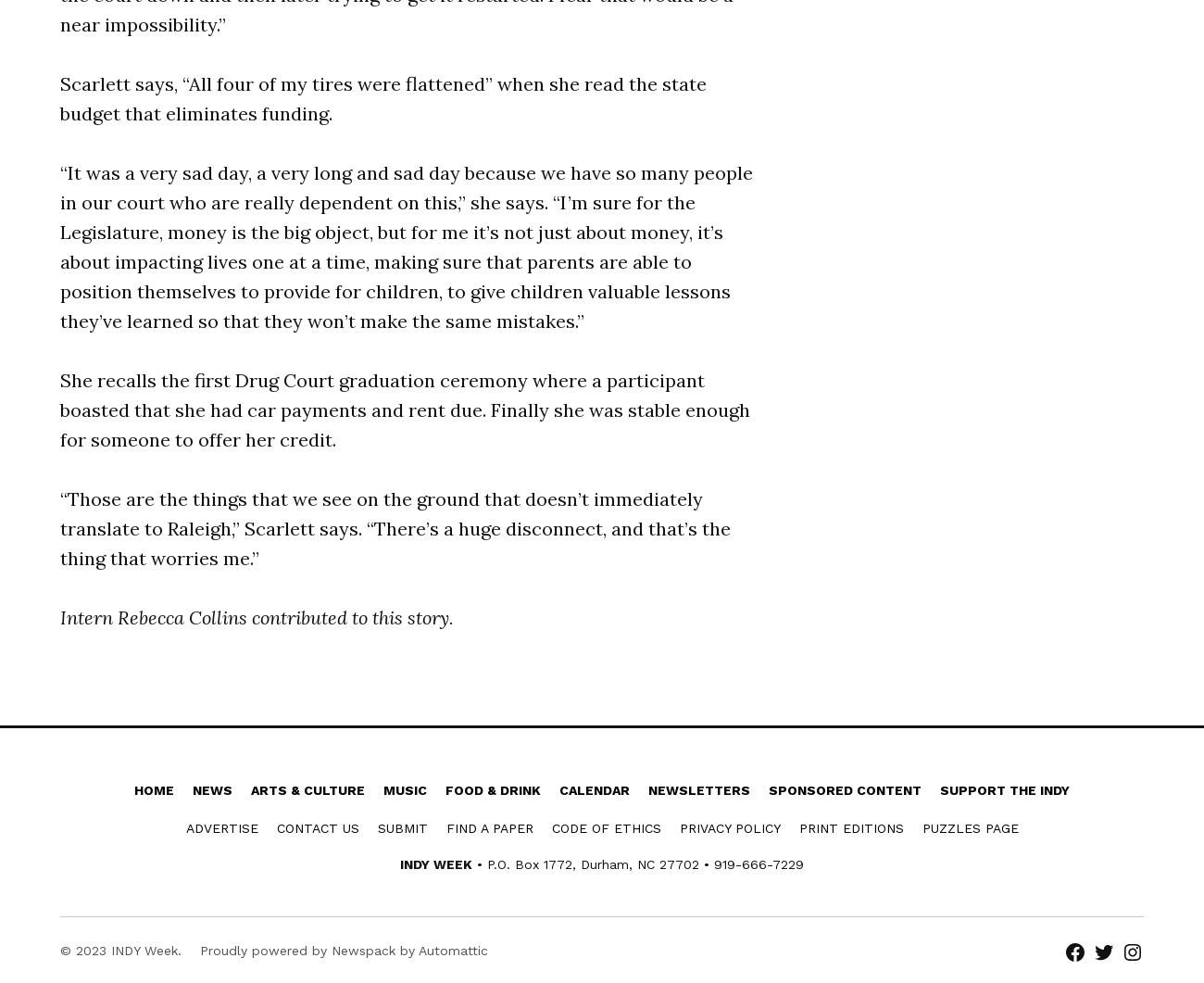 This screenshot has height=983, width=1204. Describe the element at coordinates (395, 526) in the screenshot. I see `'“Those are the things that we see on the ground that doesn’t immediately translate to Raleigh,” Scarlett says. “There’s a huge disconnect, and that’s the thing that worries me.”'` at that location.